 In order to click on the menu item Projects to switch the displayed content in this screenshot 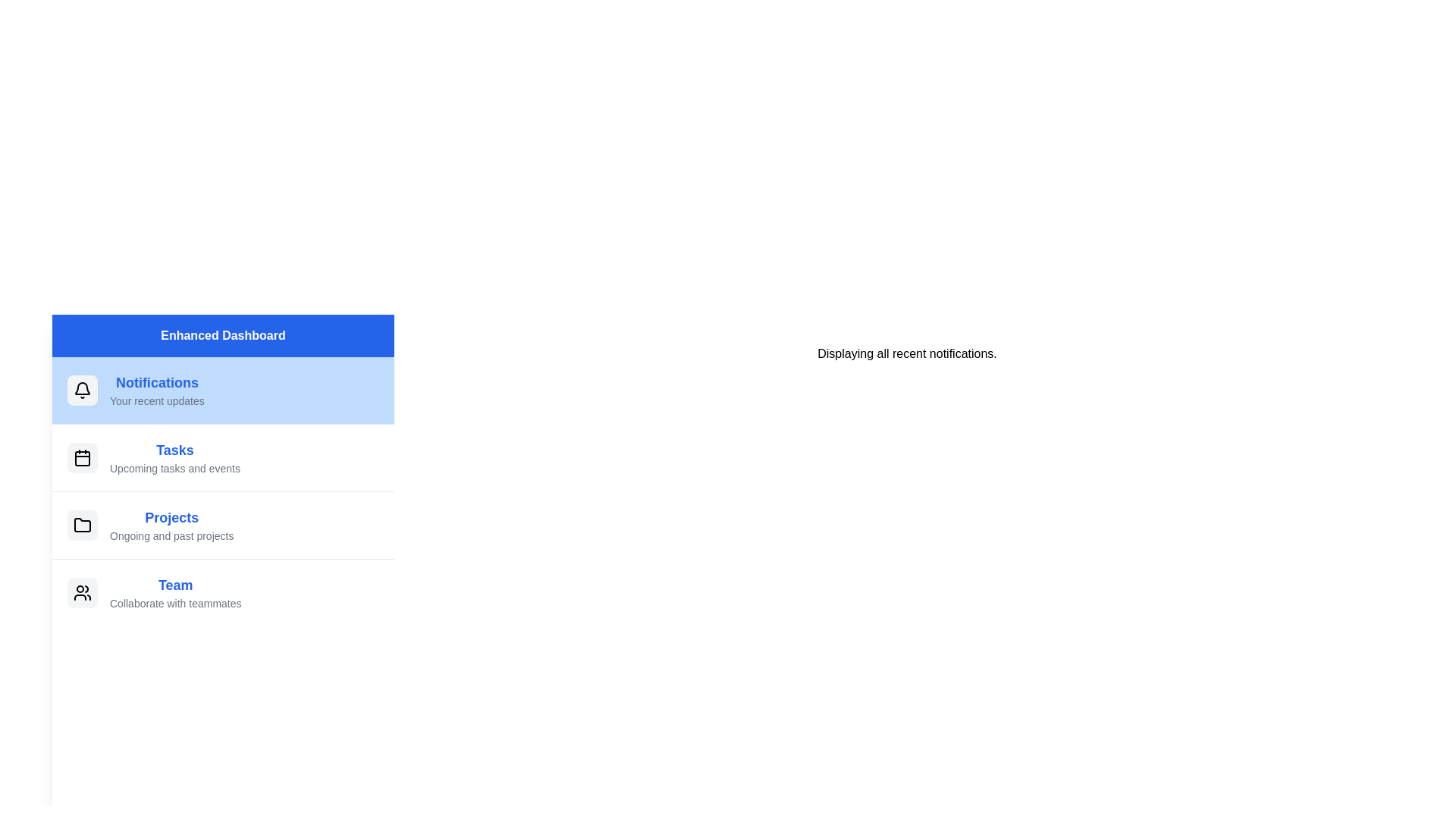, I will do `click(222, 524)`.